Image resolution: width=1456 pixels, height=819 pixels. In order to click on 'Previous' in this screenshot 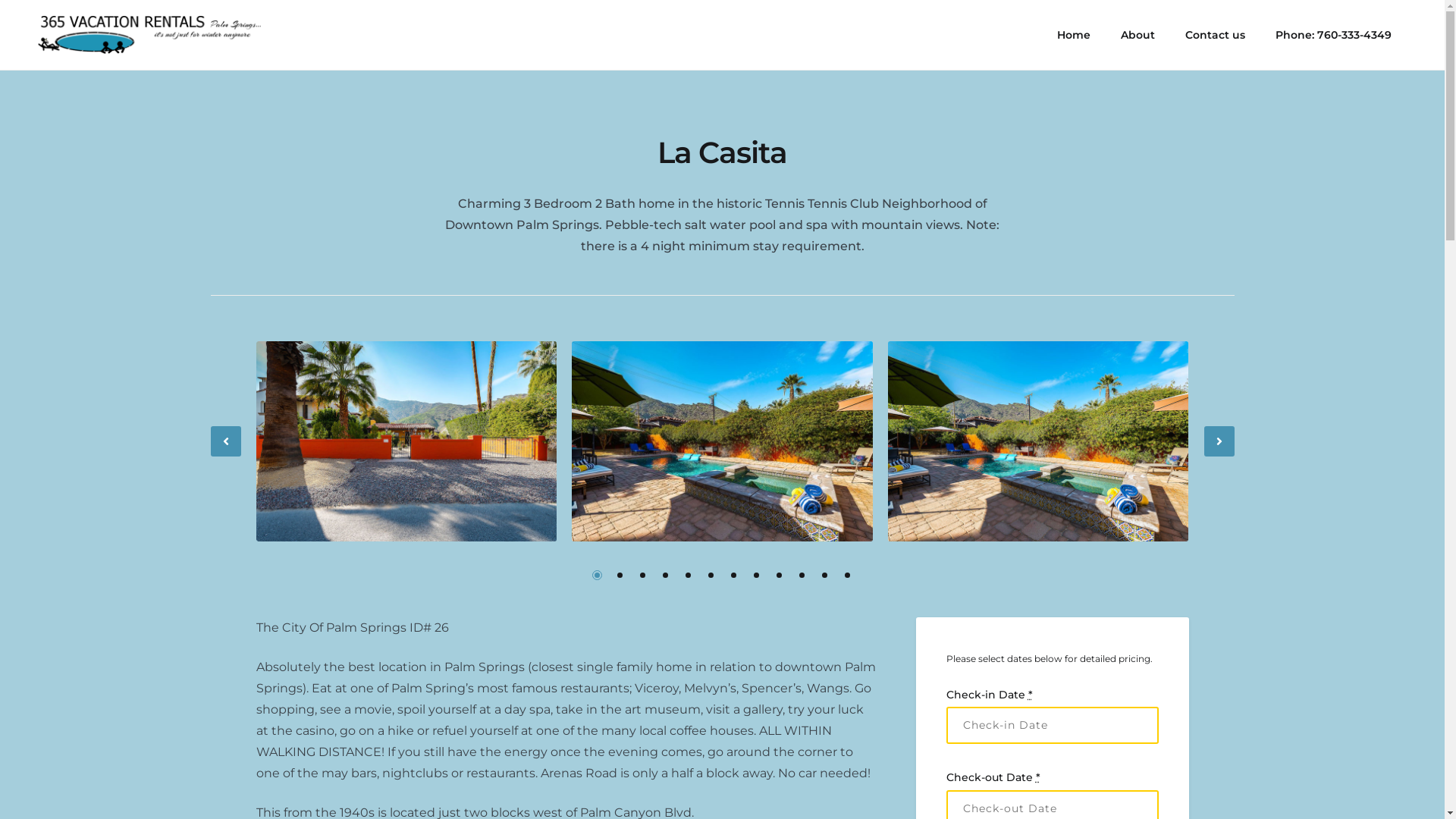, I will do `click(224, 441)`.